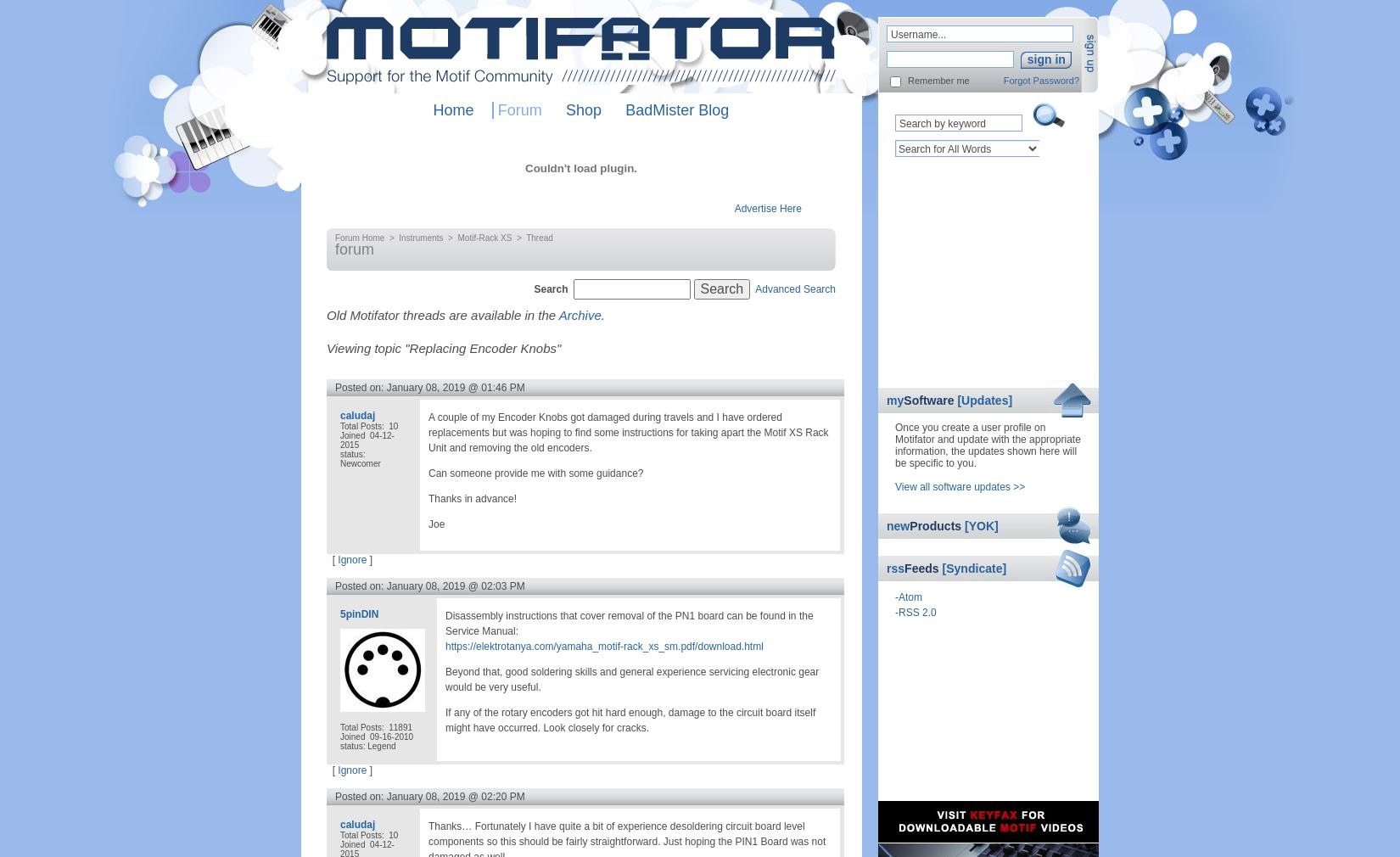 The width and height of the screenshot is (1400, 857). I want to click on 'forum', so click(353, 249).